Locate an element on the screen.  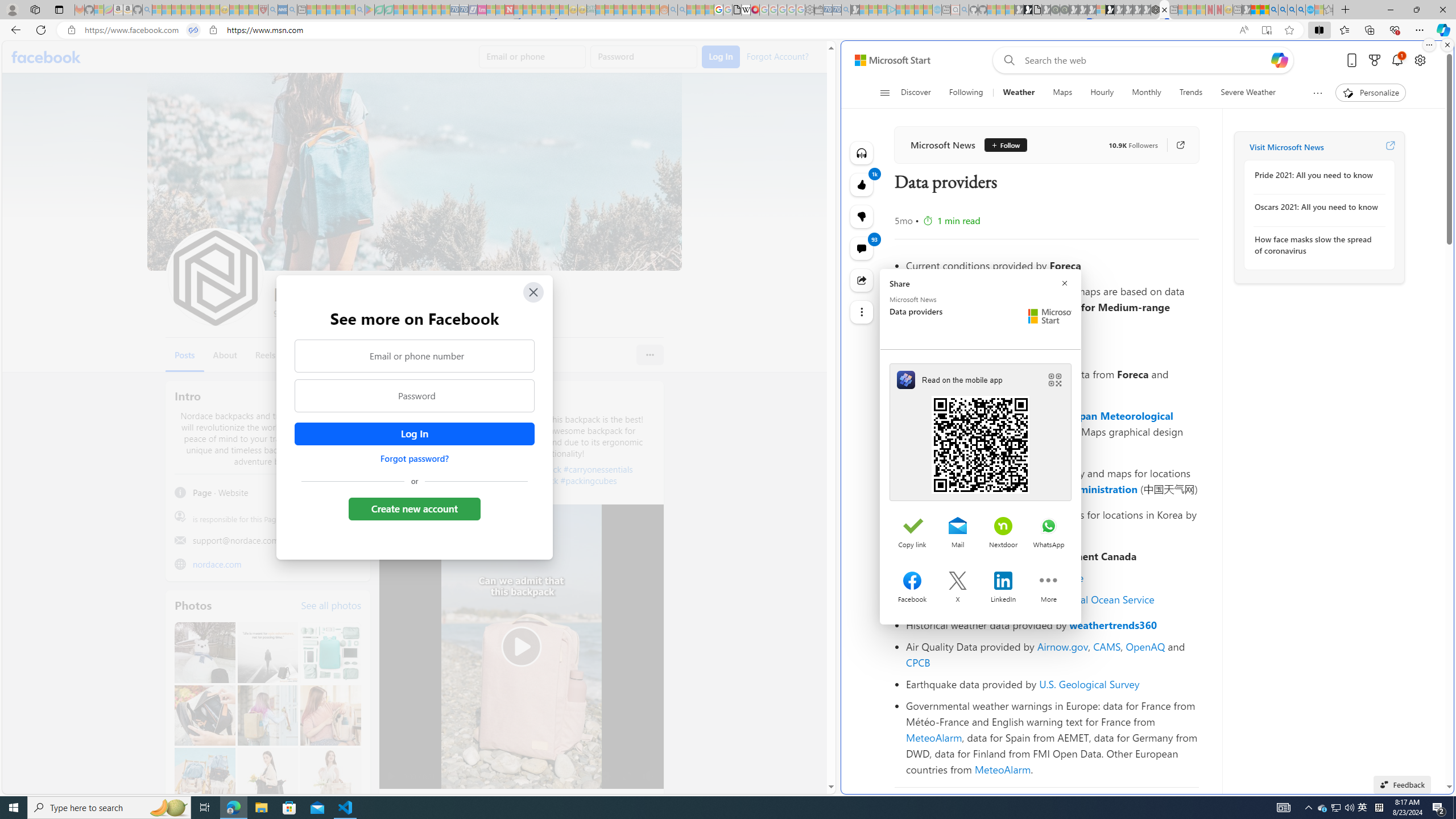
'Share on Nextdoor' is located at coordinates (1002, 527).